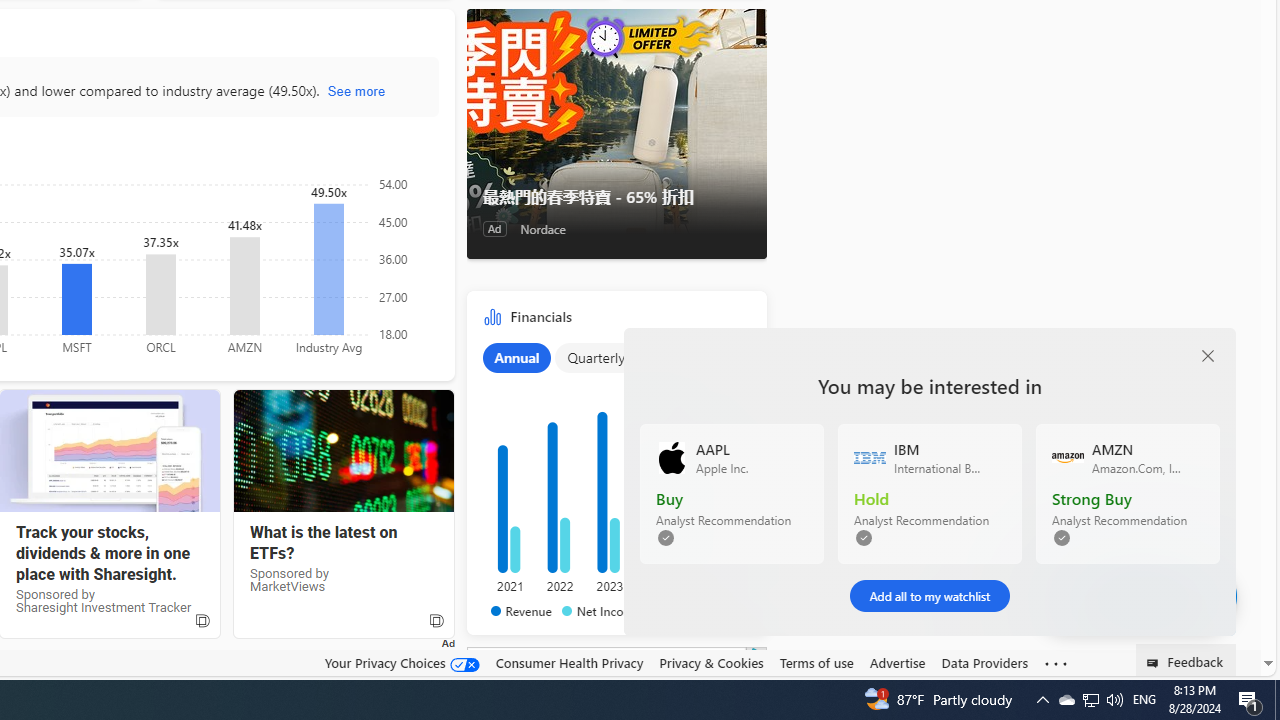  Describe the element at coordinates (568, 662) in the screenshot. I see `'Consumer Health Privacy'` at that location.